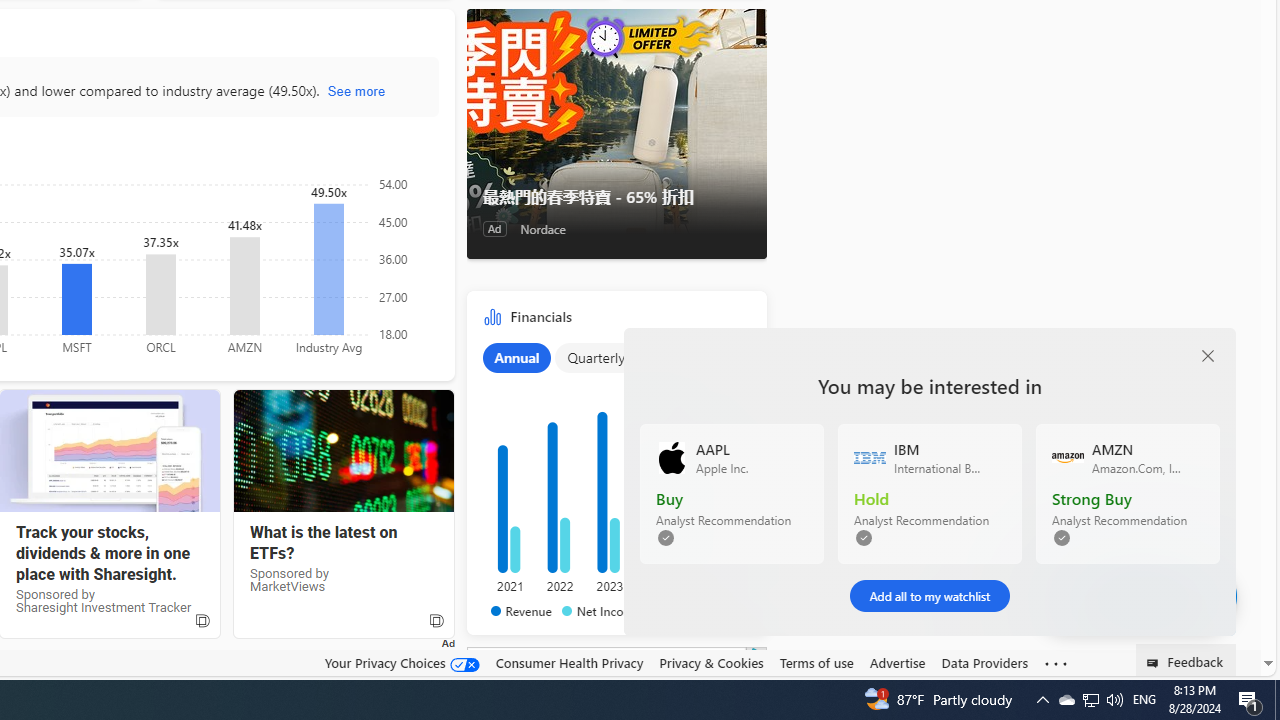  Describe the element at coordinates (568, 662) in the screenshot. I see `'Consumer Health Privacy'` at that location.